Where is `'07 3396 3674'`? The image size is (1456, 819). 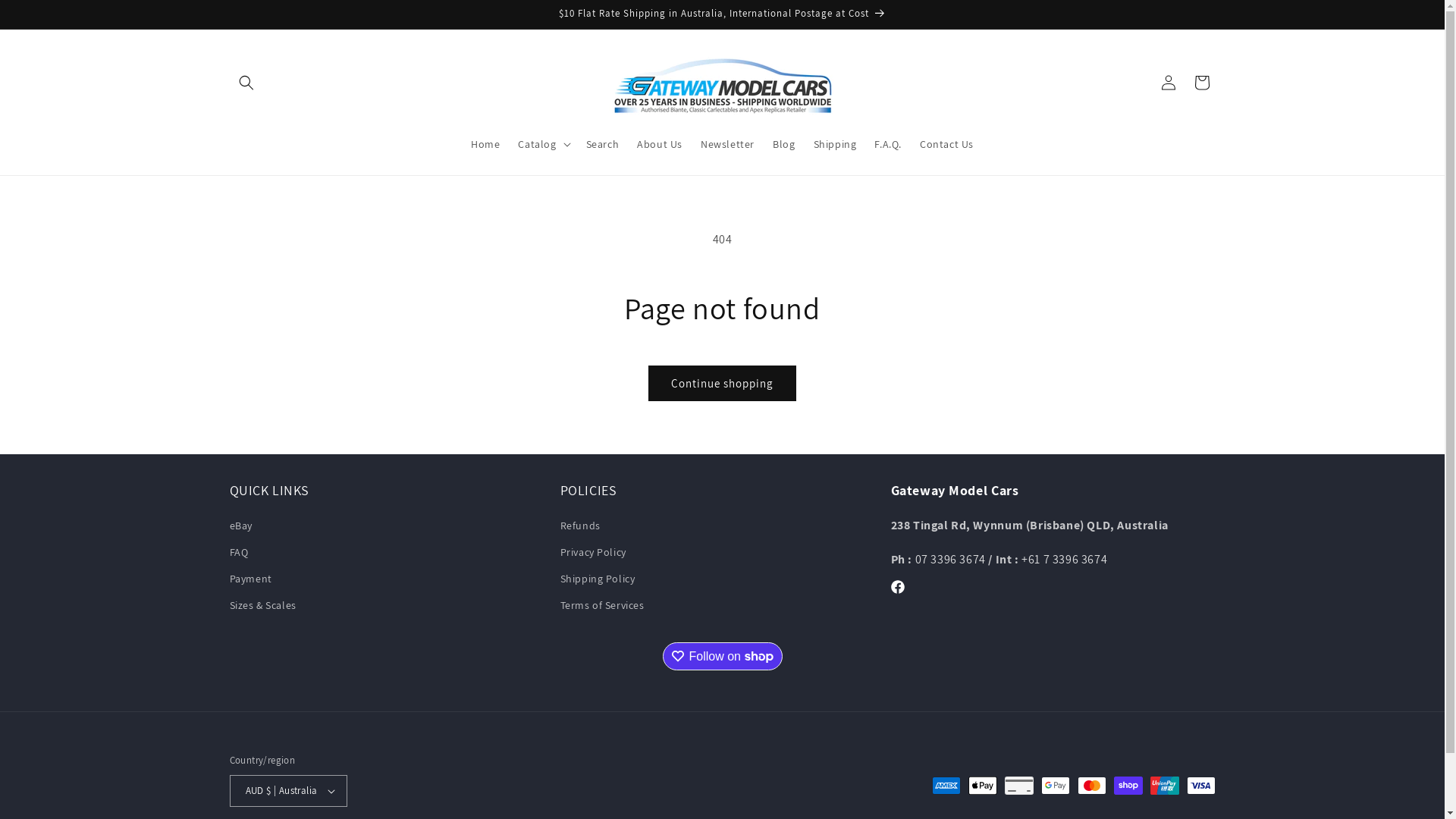 '07 3396 3674' is located at coordinates (914, 559).